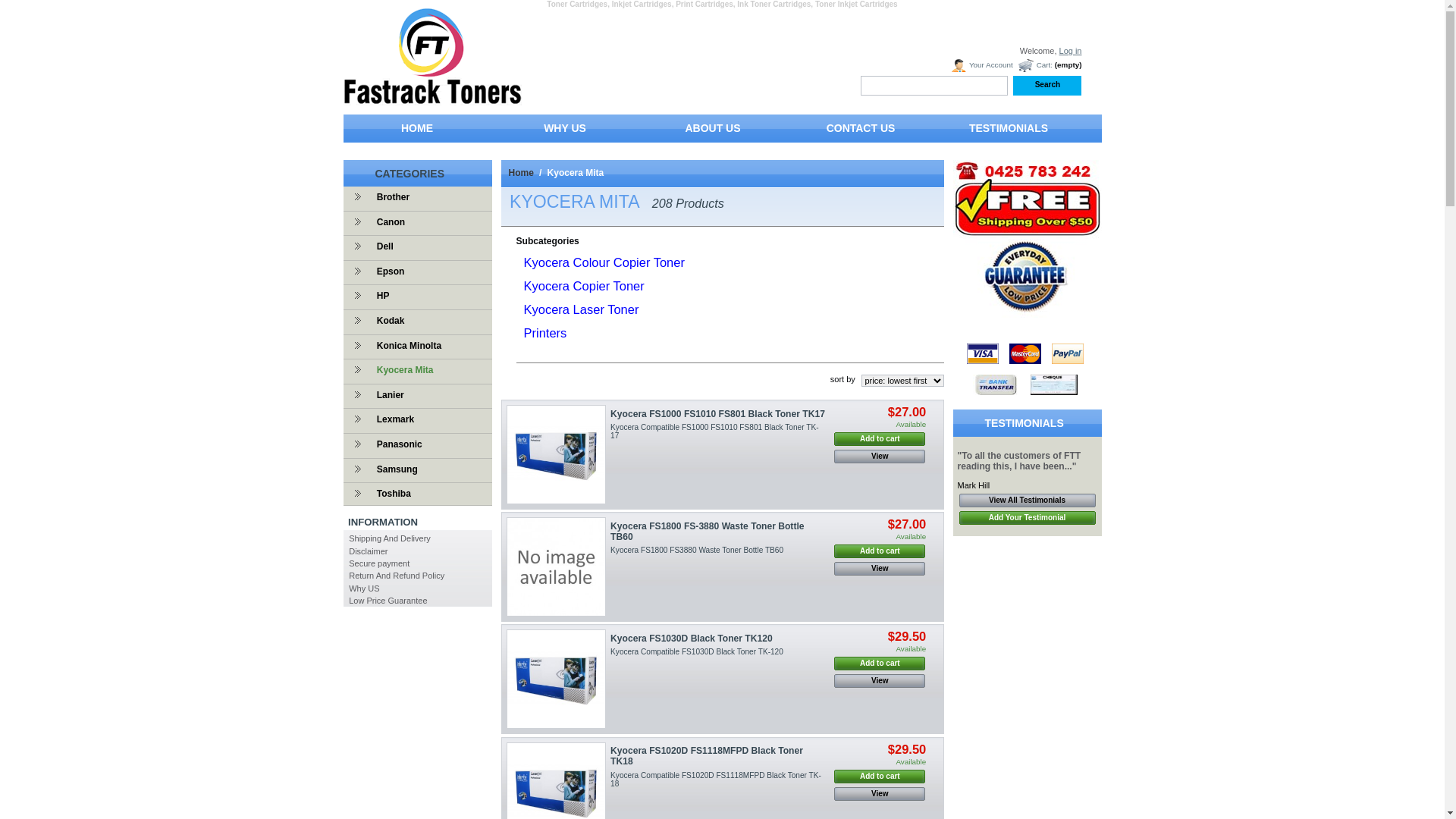 The height and width of the screenshot is (819, 1456). Describe the element at coordinates (348, 537) in the screenshot. I see `'Shipping And Delivery'` at that location.